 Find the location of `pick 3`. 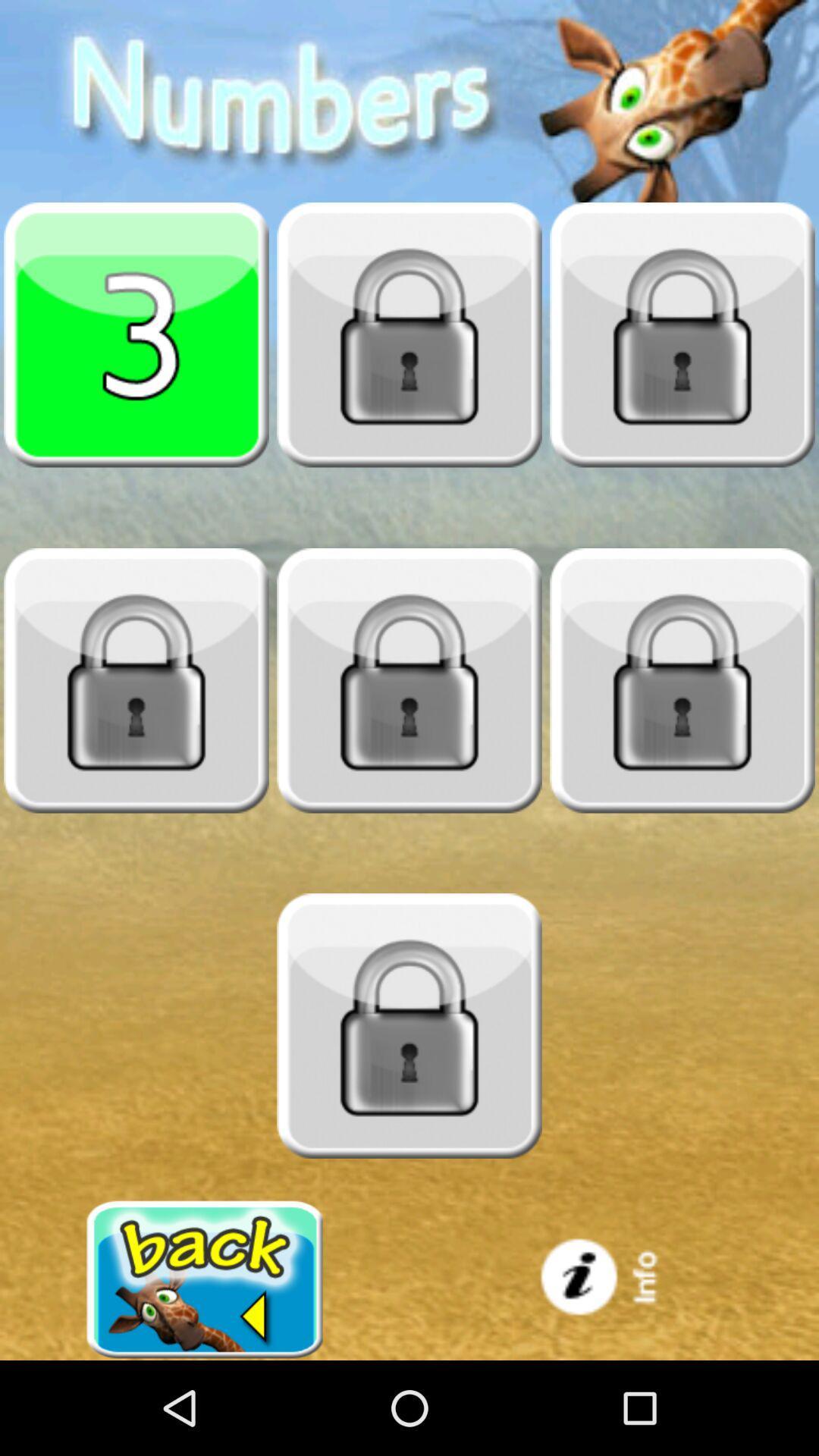

pick 3 is located at coordinates (136, 334).